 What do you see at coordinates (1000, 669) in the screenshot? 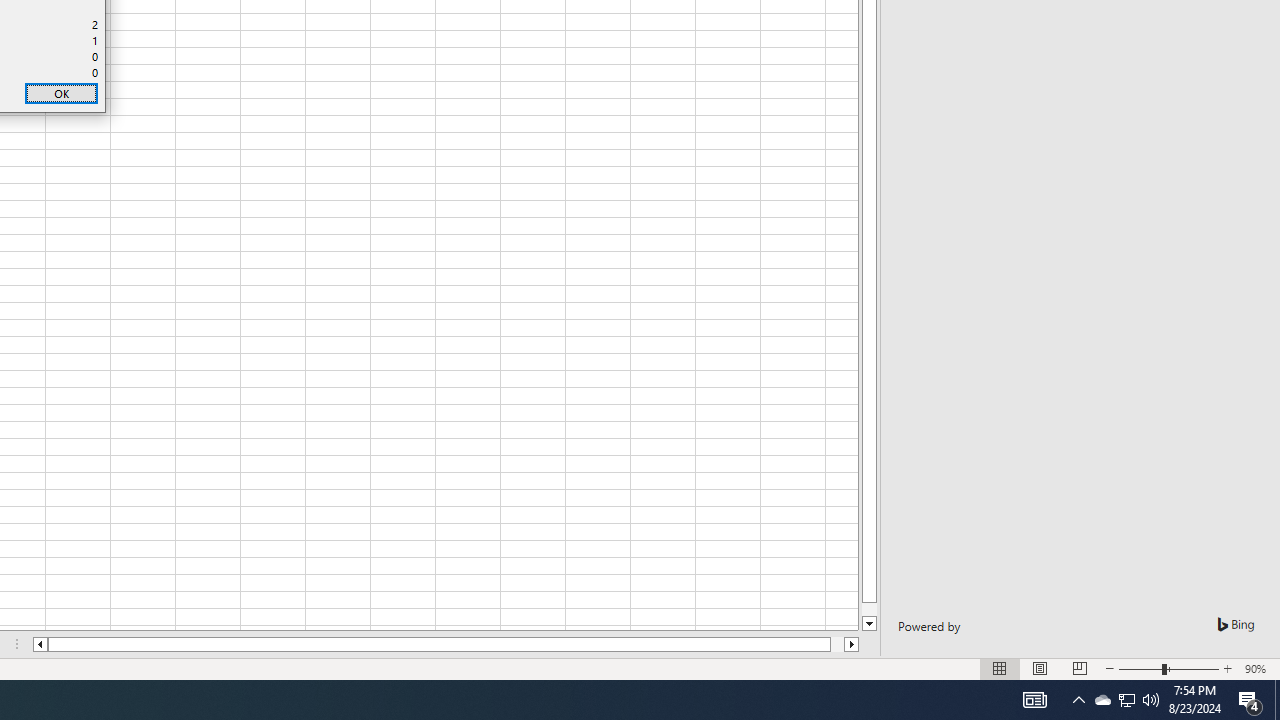
I see `'Normal'` at bounding box center [1000, 669].